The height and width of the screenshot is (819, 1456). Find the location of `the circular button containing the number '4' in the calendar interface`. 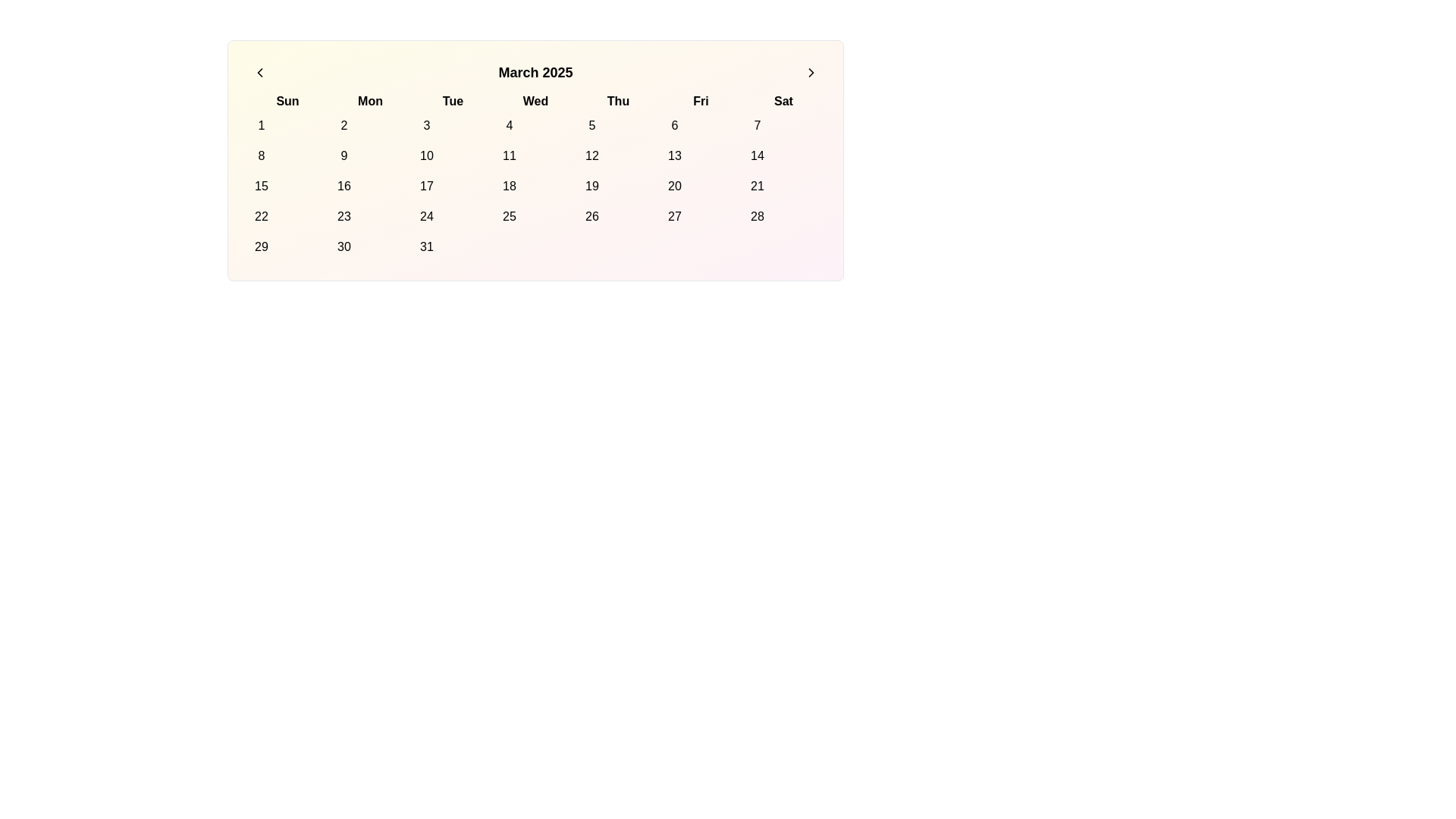

the circular button containing the number '4' in the calendar interface is located at coordinates (510, 124).